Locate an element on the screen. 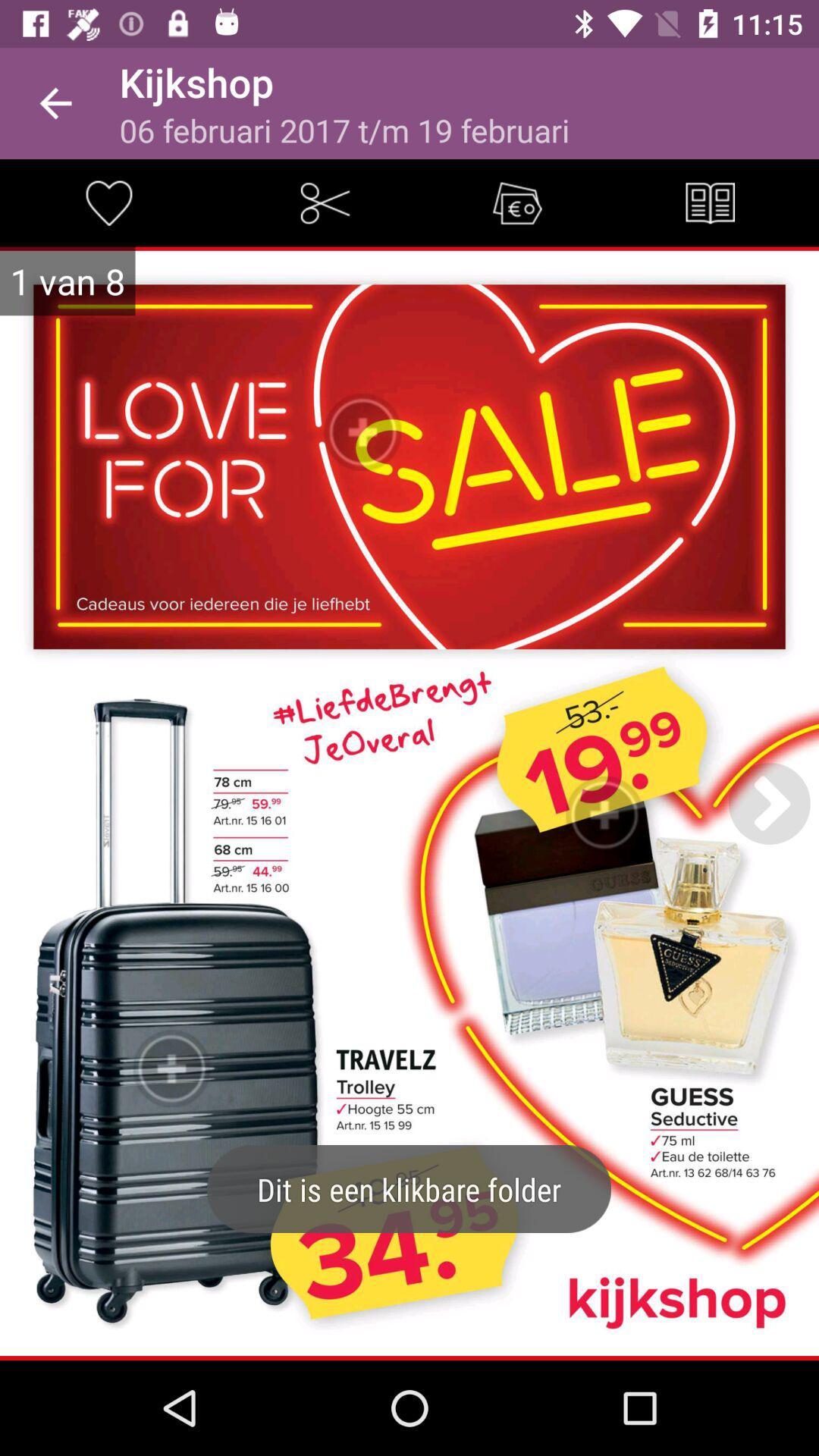 The image size is (819, 1456). next page is located at coordinates (769, 802).